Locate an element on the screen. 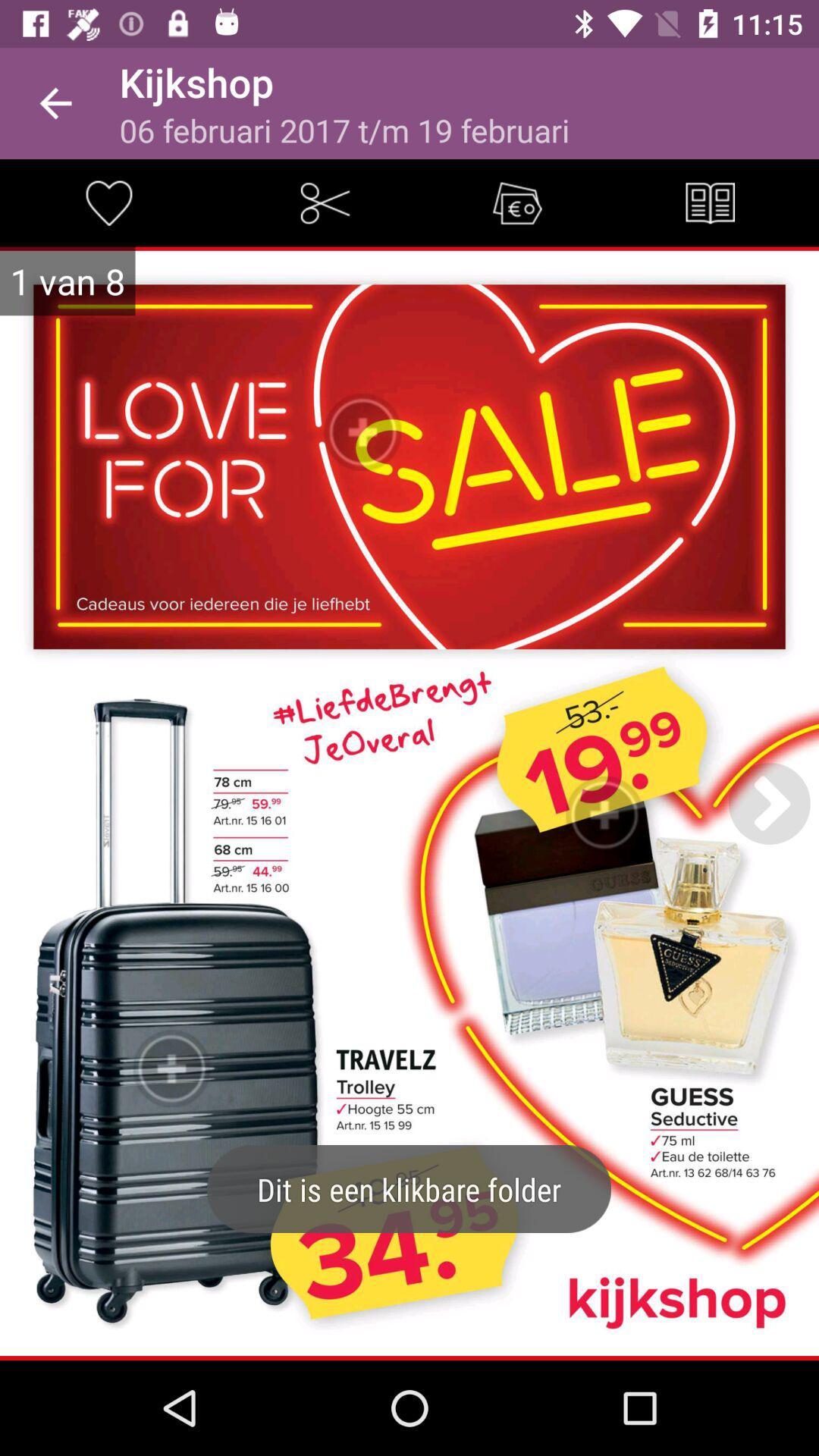 The image size is (819, 1456). next page is located at coordinates (769, 802).